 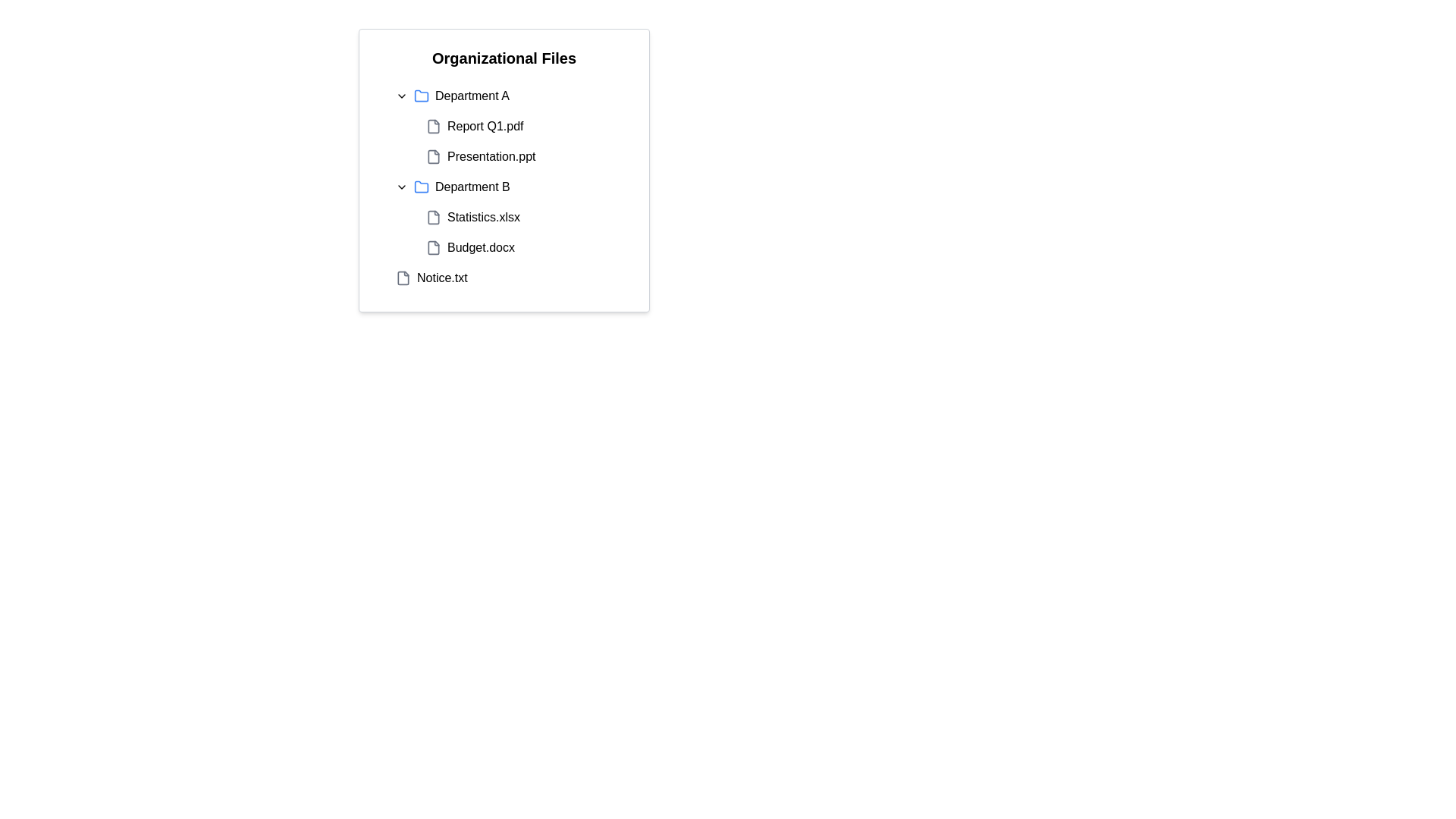 What do you see at coordinates (469, 247) in the screenshot?
I see `the 'Budget.docx' file item from the 'Department B' folder in the file tree structure` at bounding box center [469, 247].